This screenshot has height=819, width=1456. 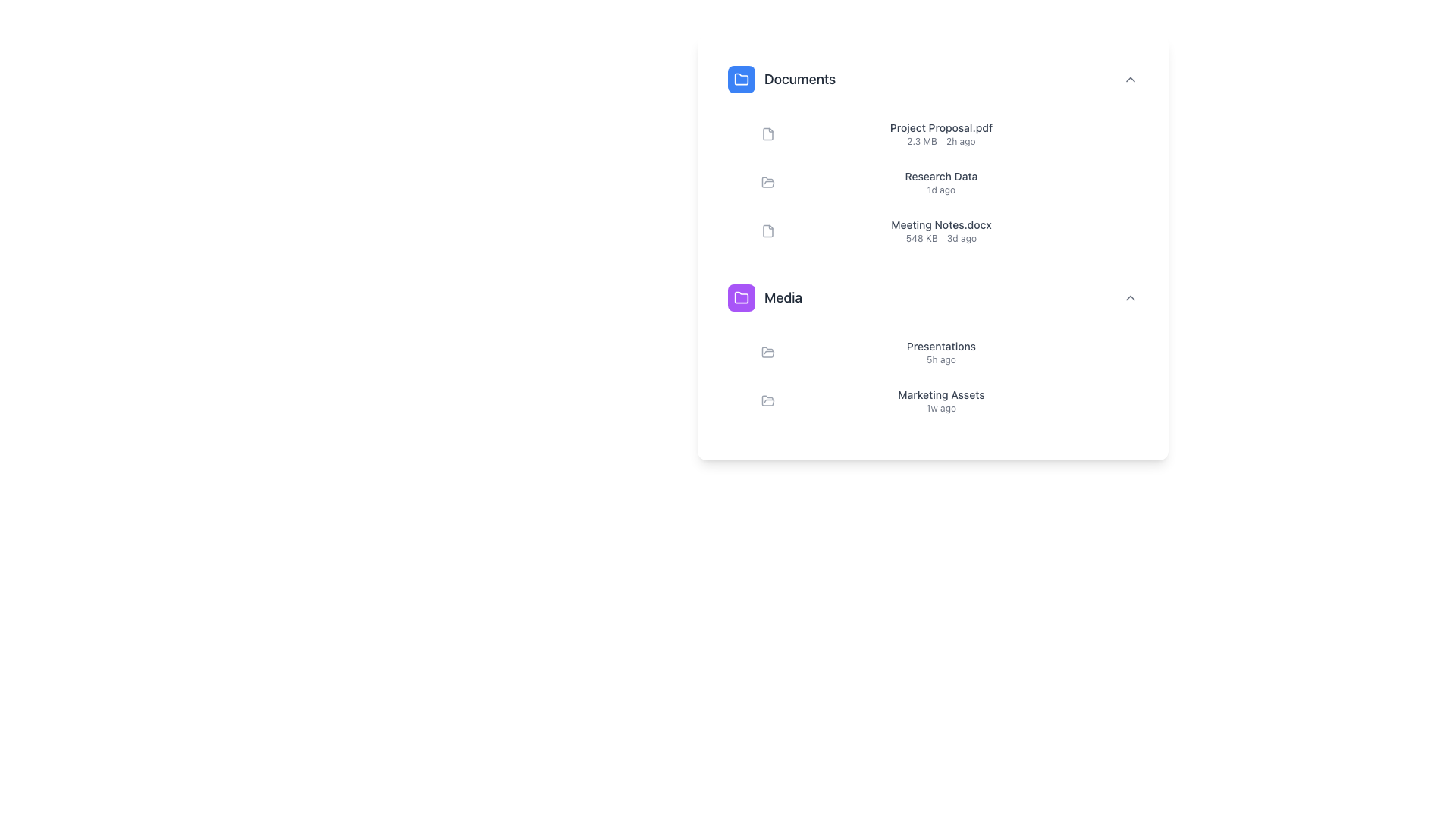 What do you see at coordinates (940, 141) in the screenshot?
I see `the text label displaying the file metadata '2.3 MB 2h ago' located directly below the filename 'Project Proposal.pdf' in the Documents category` at bounding box center [940, 141].